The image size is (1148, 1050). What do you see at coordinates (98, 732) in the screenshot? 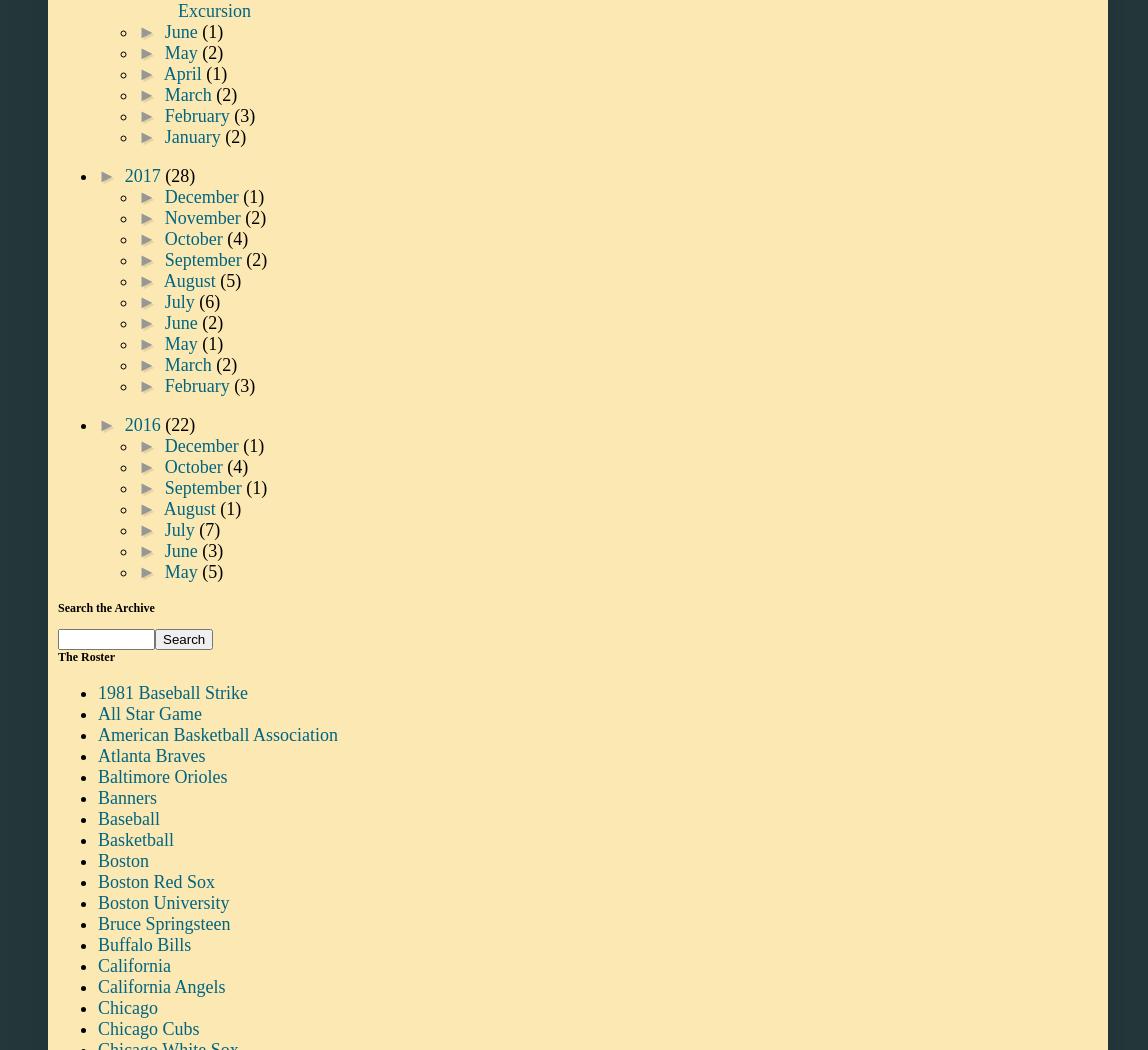
I see `'American Basketball Association'` at bounding box center [98, 732].